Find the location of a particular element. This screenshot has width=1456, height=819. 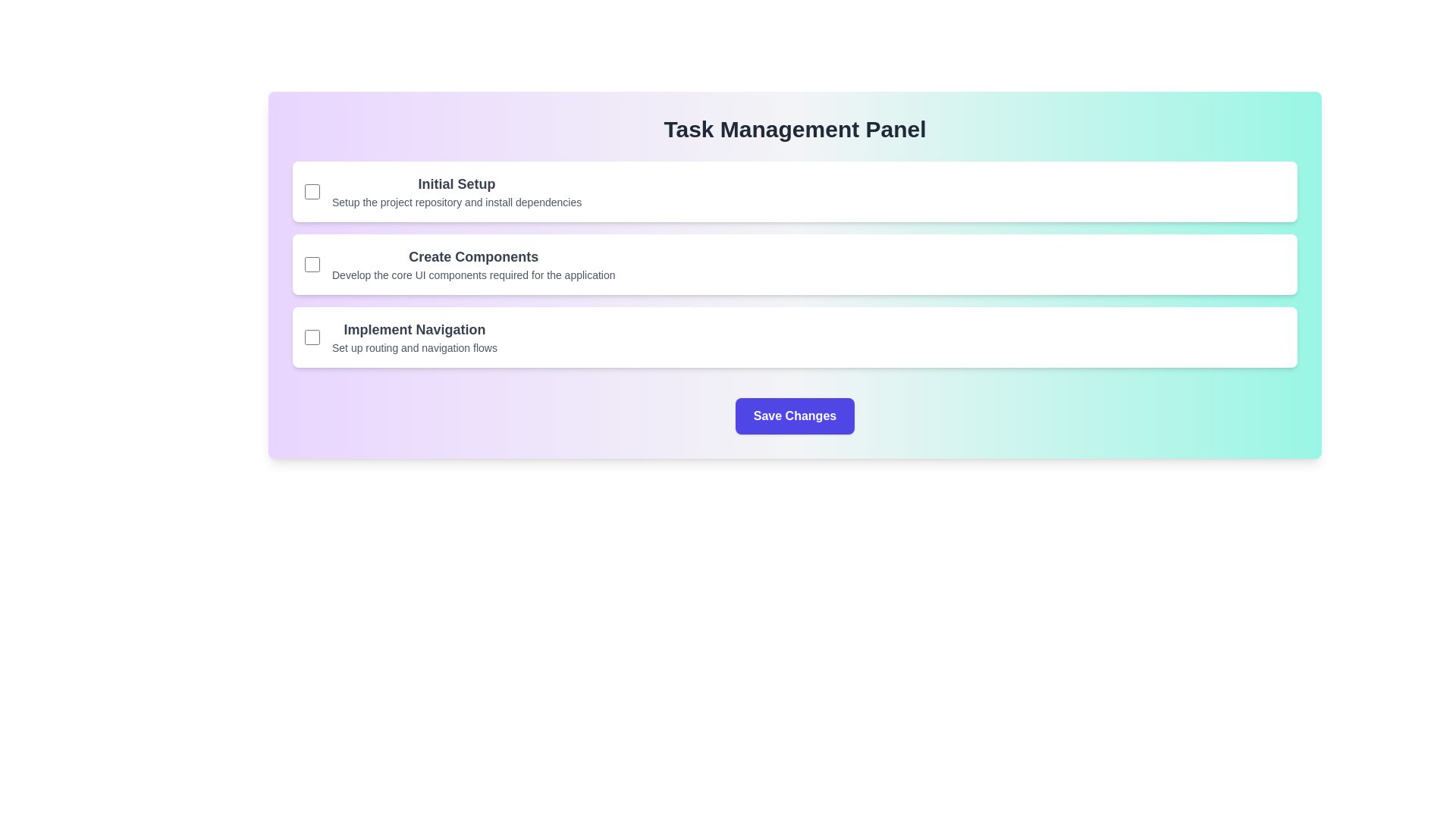

the static text description that reads 'Develop the core UI components required for the application', located beneath the title 'Create Components' is located at coordinates (472, 275).